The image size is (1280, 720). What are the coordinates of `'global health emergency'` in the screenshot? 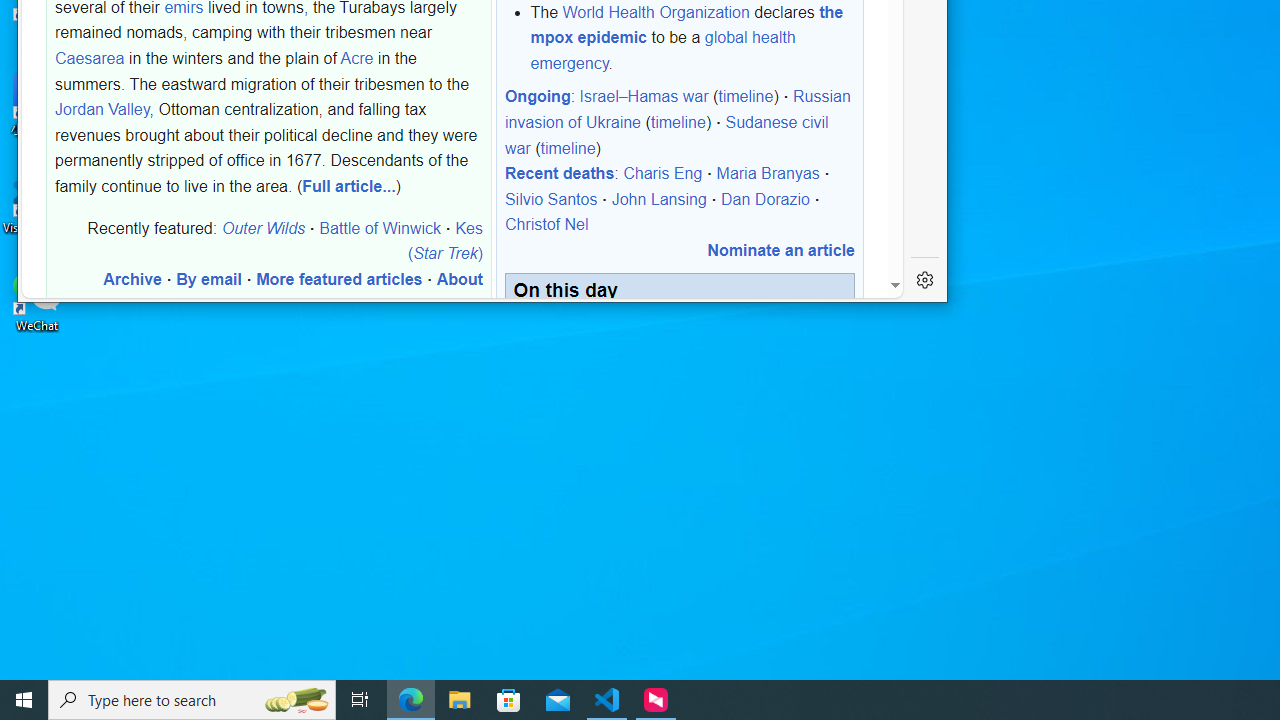 It's located at (663, 49).